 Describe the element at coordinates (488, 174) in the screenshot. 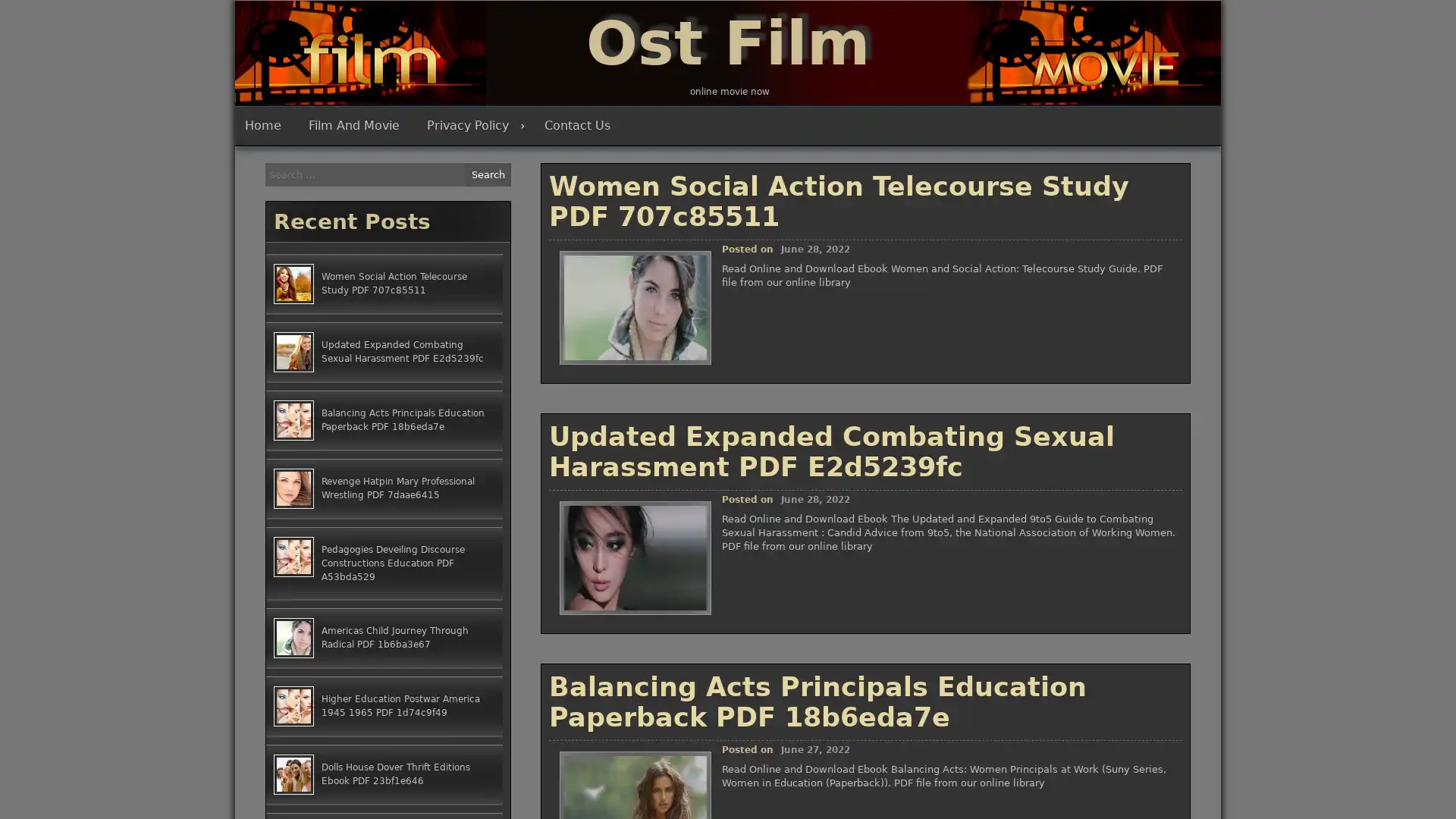

I see `Search` at that location.